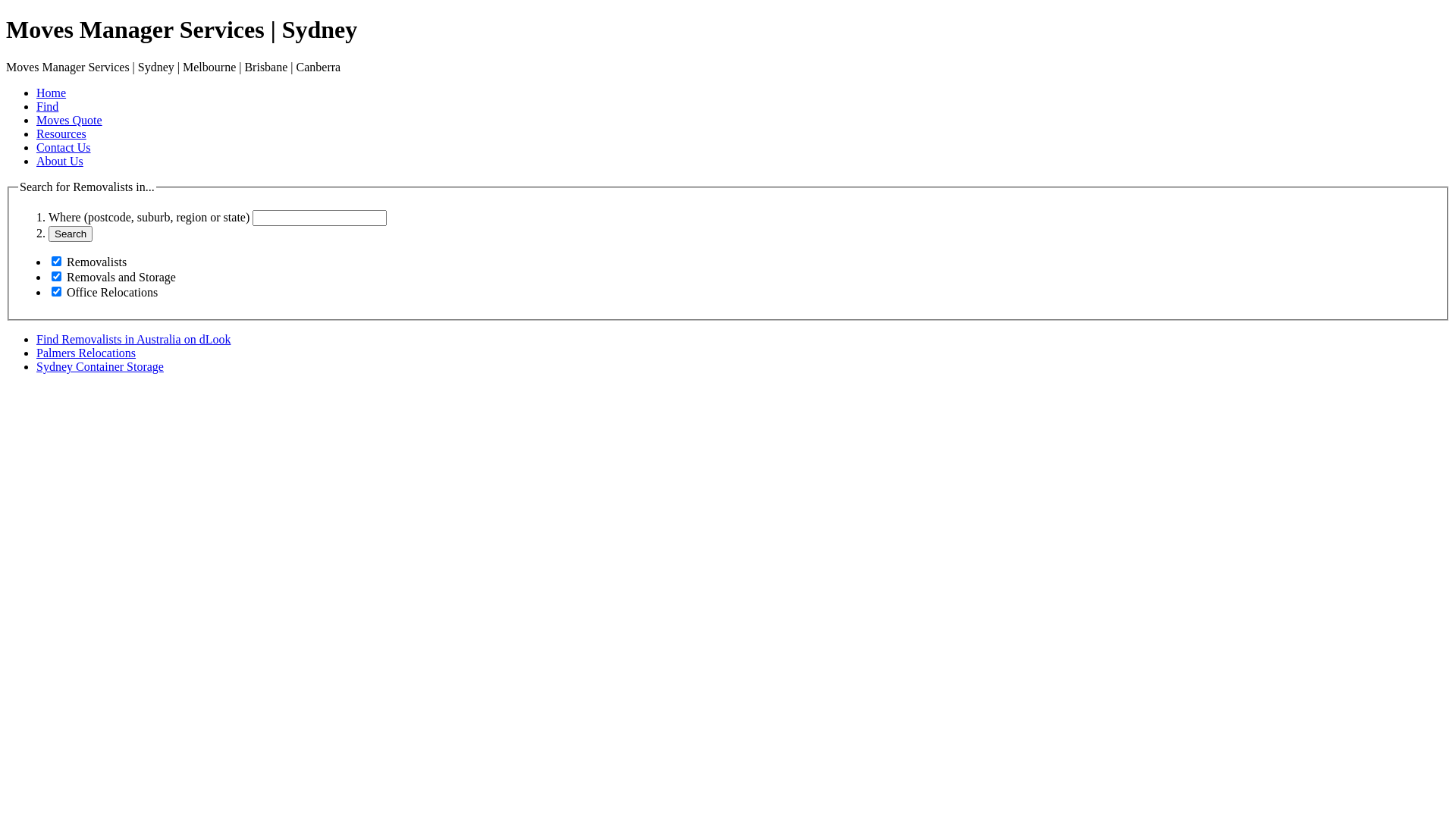 The height and width of the screenshot is (819, 1456). I want to click on 'Where - postcode or suburb.', so click(318, 218).